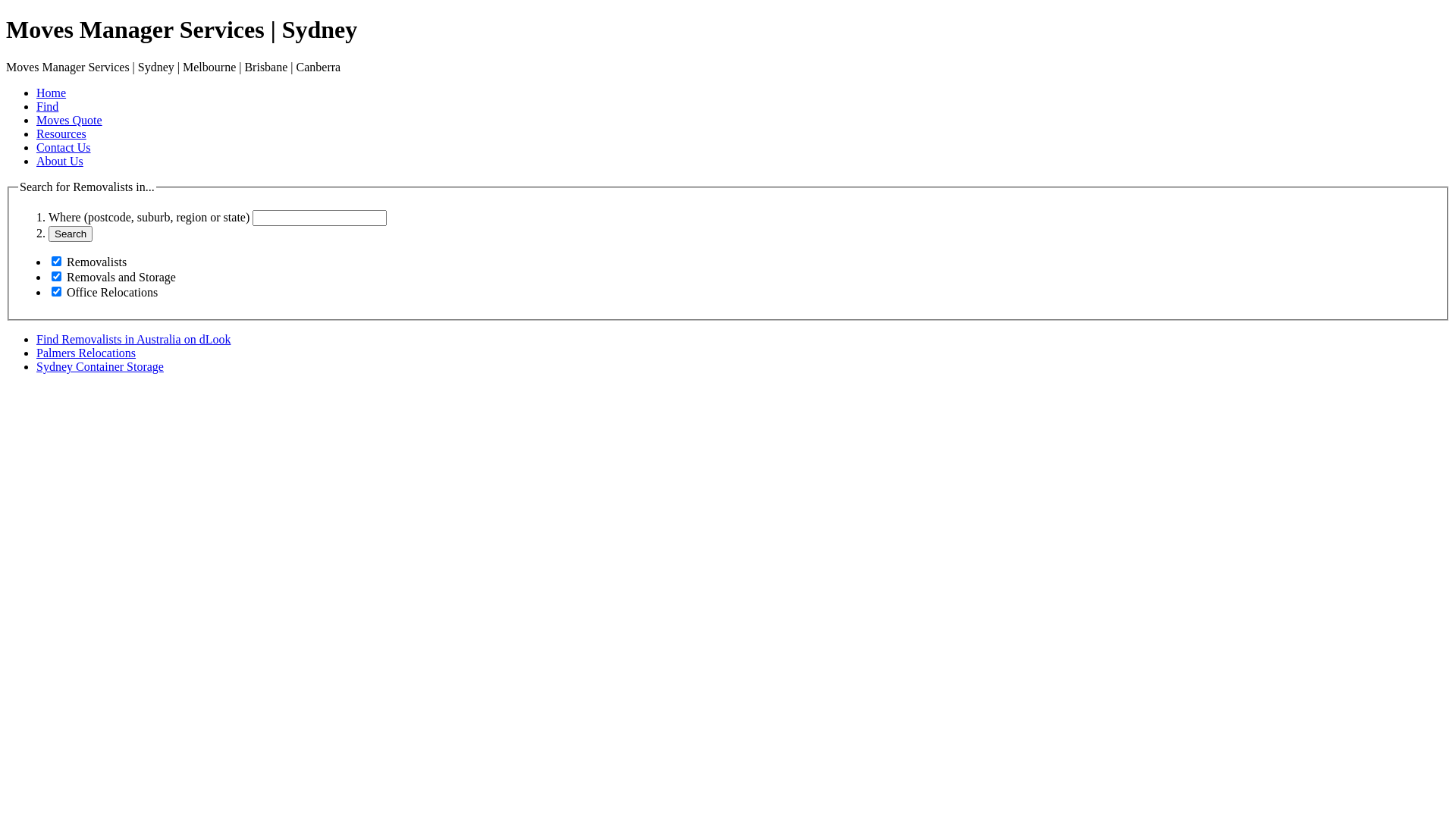 The height and width of the screenshot is (819, 1456). I want to click on 'Where - postcode or suburb.', so click(318, 218).